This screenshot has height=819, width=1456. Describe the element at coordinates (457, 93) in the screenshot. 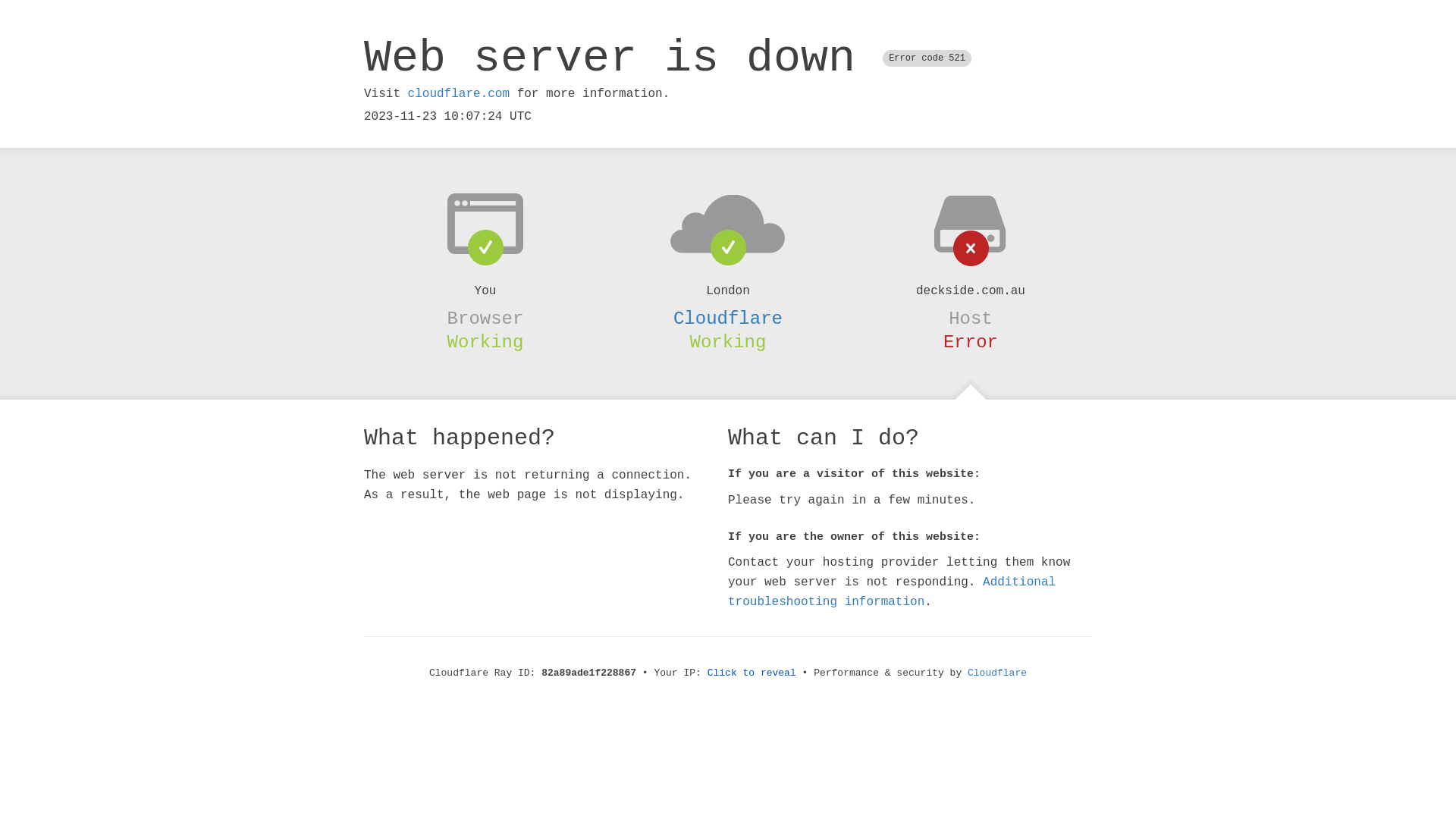

I see `'cloudflare.com'` at that location.